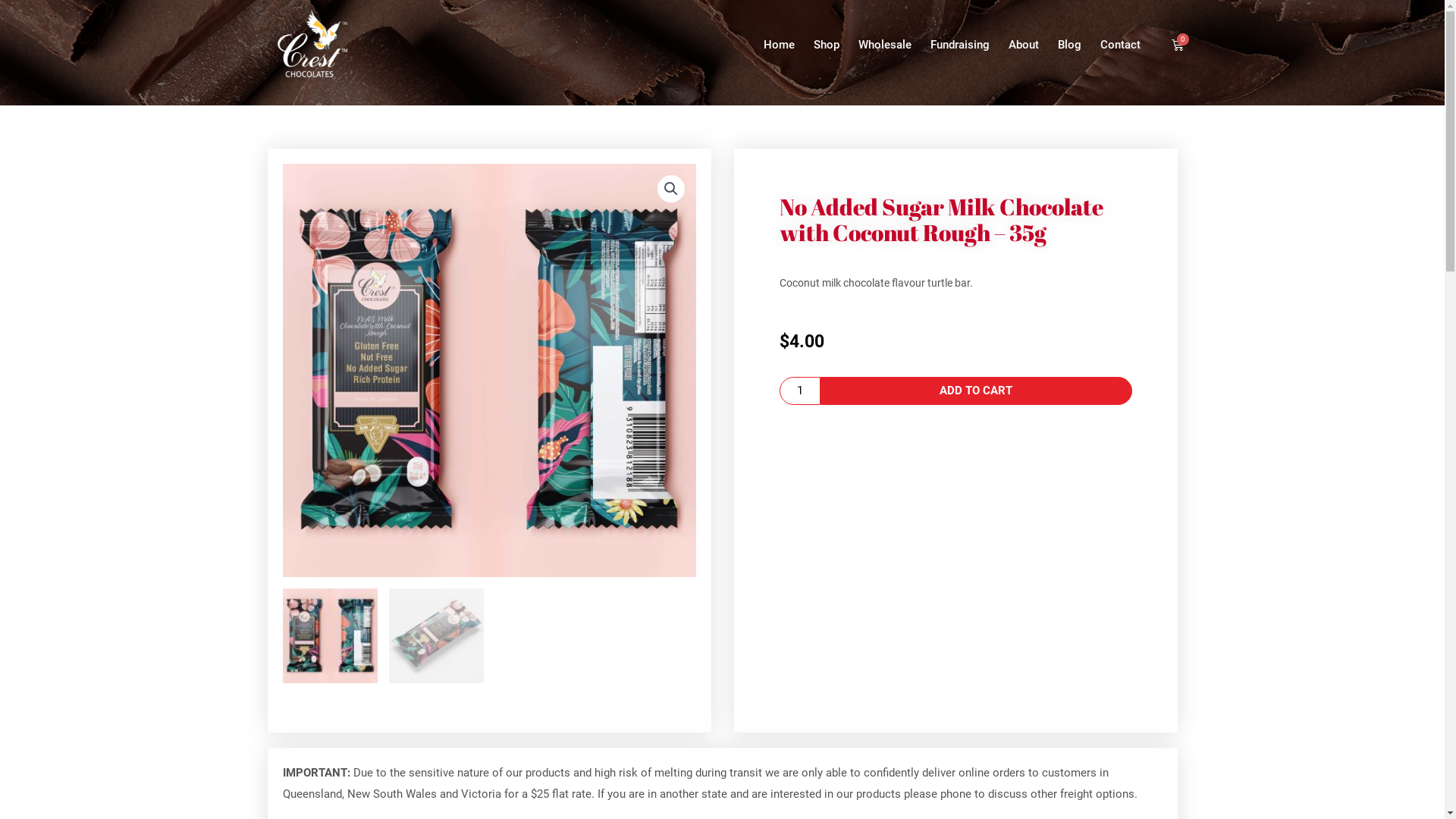  What do you see at coordinates (825, 43) in the screenshot?
I see `'Shop'` at bounding box center [825, 43].